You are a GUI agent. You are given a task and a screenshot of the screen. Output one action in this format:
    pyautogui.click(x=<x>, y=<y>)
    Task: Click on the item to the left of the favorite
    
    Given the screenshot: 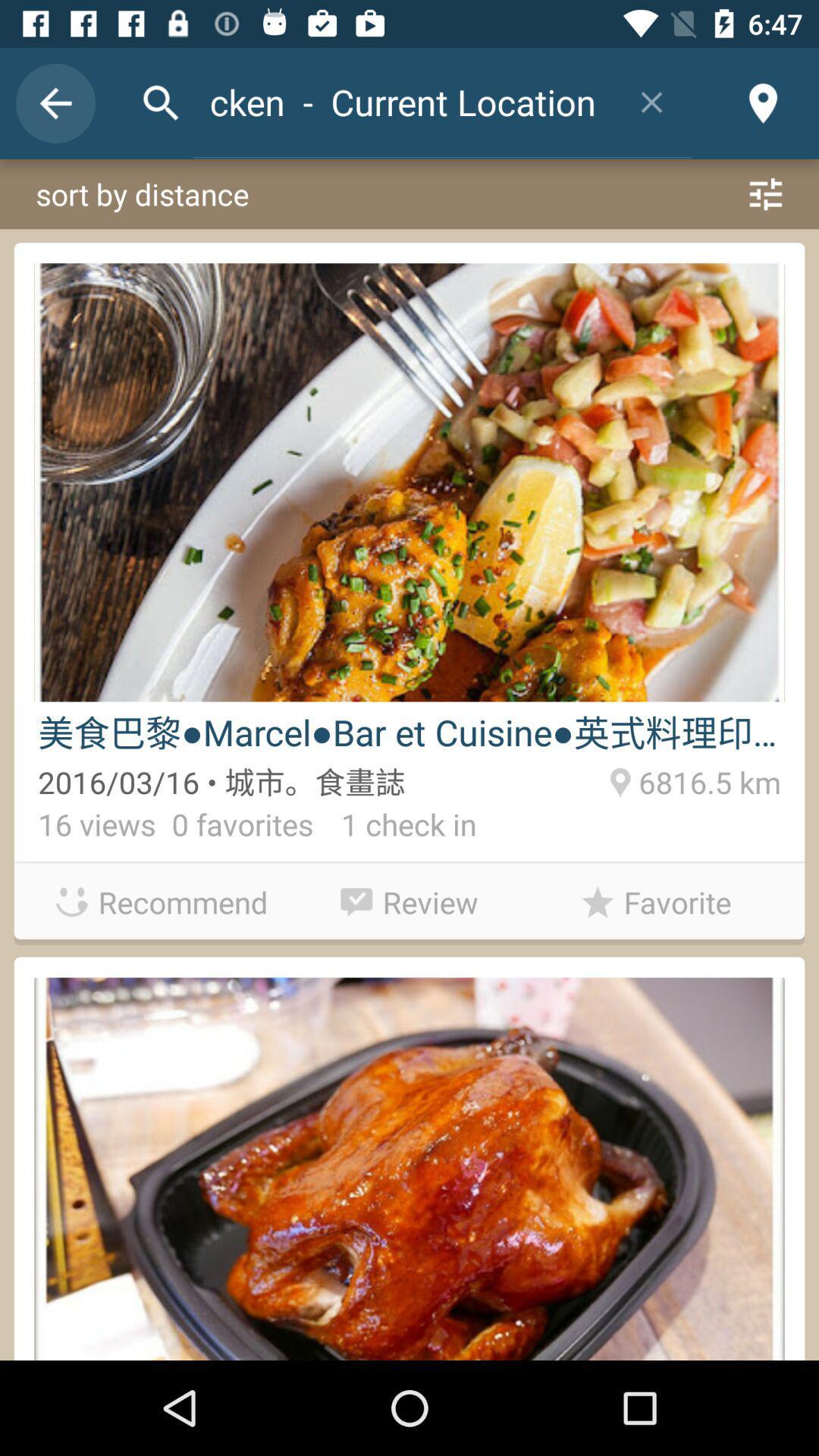 What is the action you would take?
    pyautogui.click(x=409, y=898)
    